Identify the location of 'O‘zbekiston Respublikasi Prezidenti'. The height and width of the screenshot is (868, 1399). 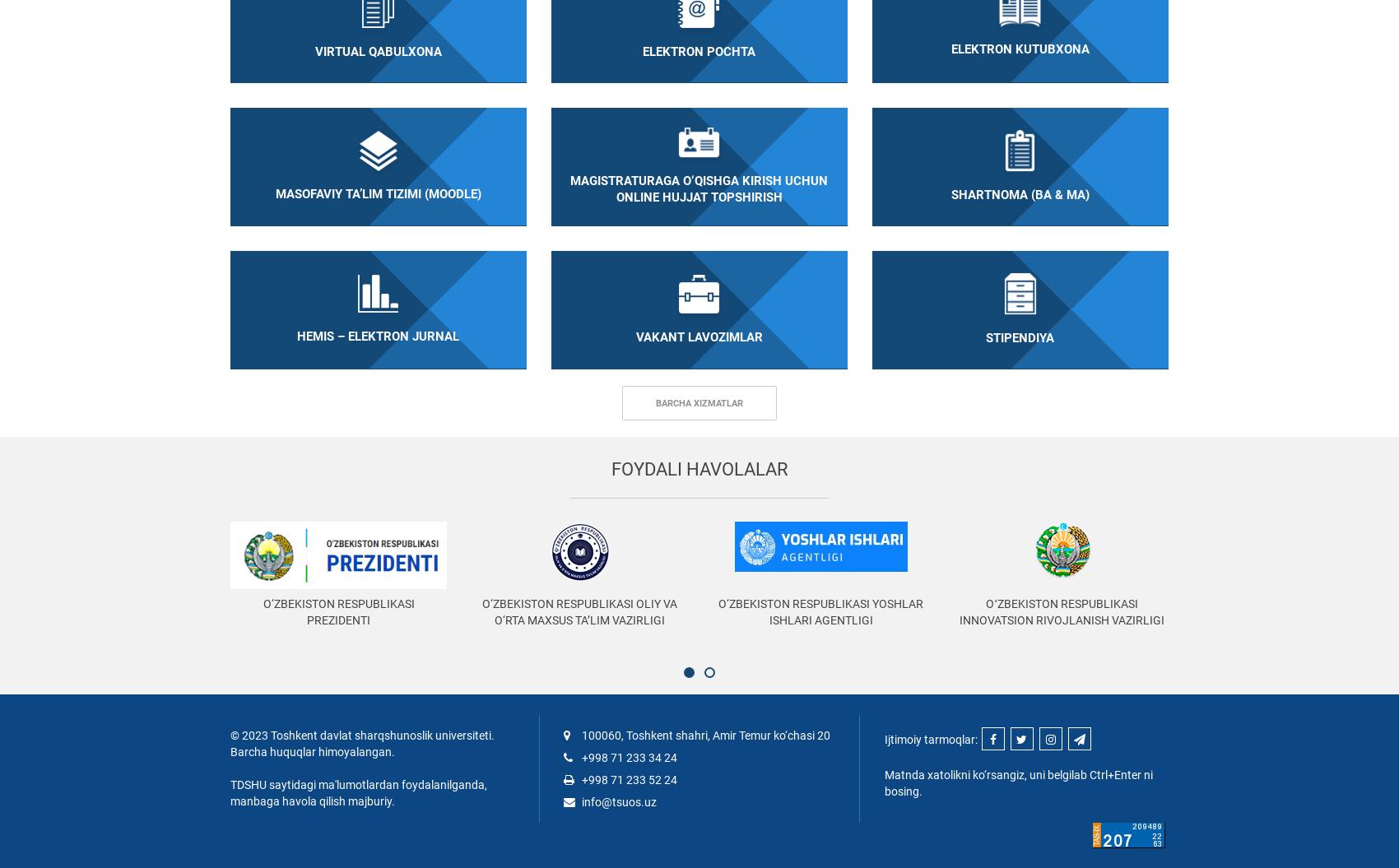
(337, 611).